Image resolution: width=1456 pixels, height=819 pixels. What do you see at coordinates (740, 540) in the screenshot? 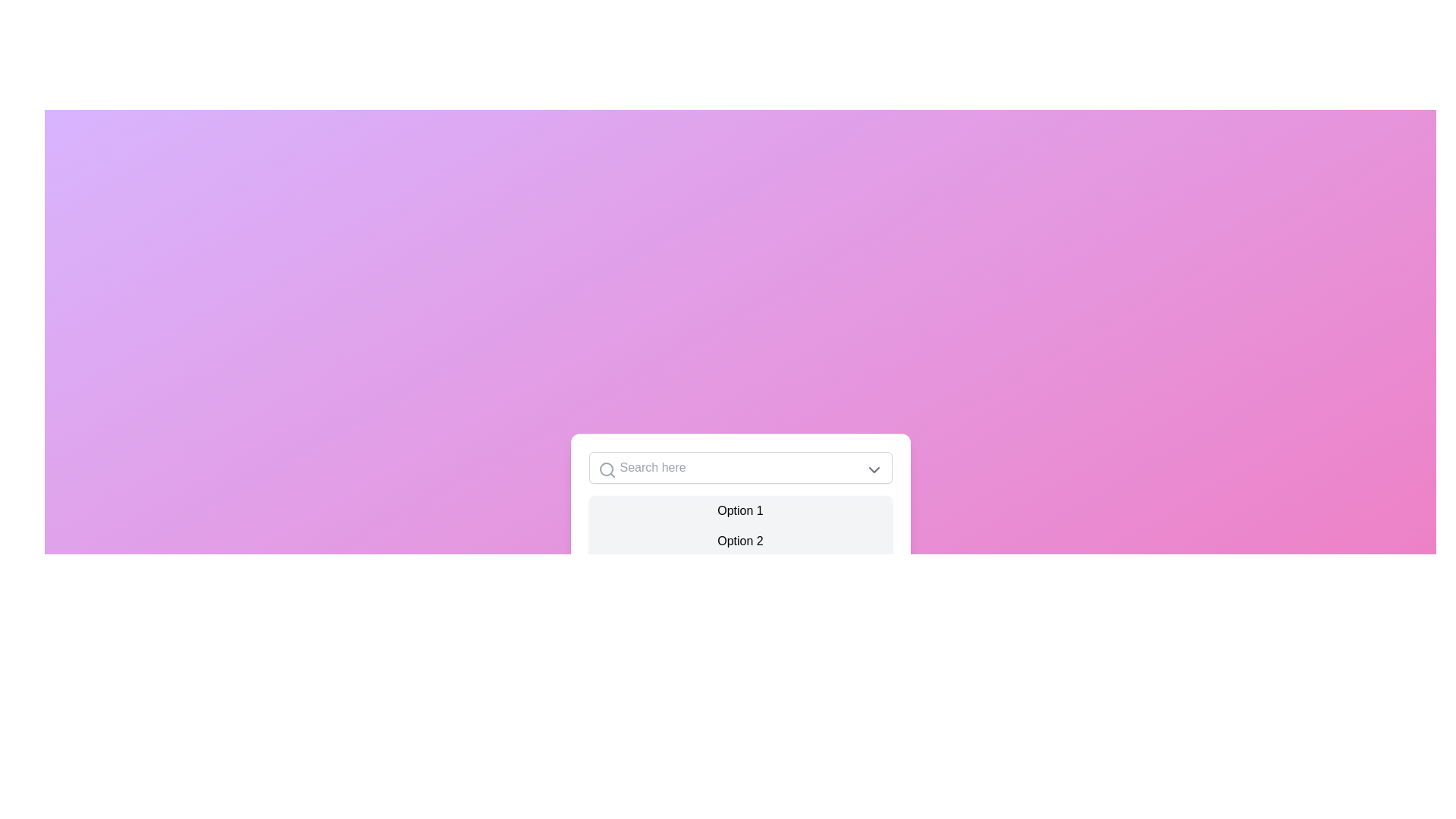
I see `an option in the Dropdown Menu Item List` at bounding box center [740, 540].